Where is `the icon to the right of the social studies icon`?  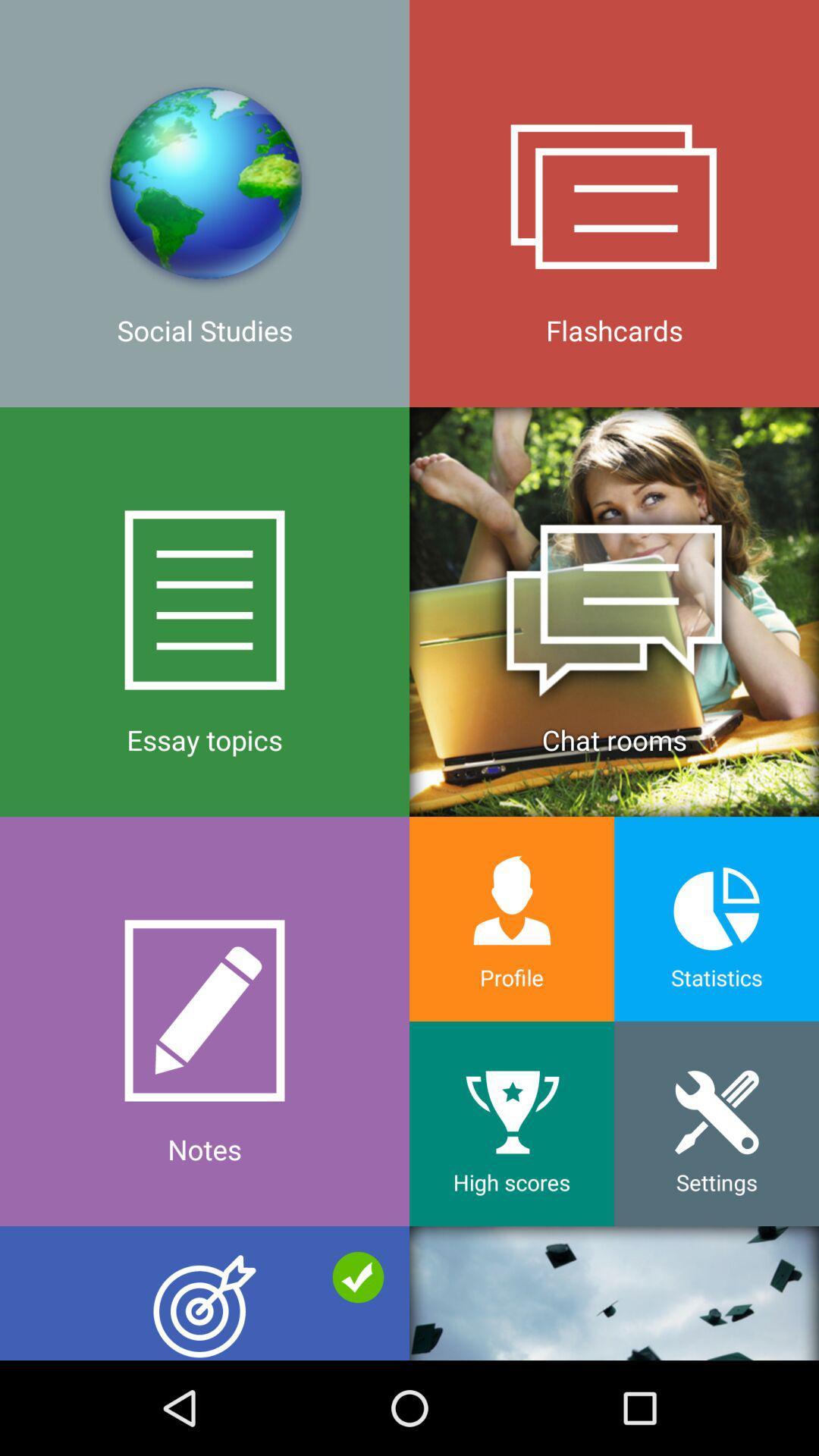
the icon to the right of the social studies icon is located at coordinates (614, 202).